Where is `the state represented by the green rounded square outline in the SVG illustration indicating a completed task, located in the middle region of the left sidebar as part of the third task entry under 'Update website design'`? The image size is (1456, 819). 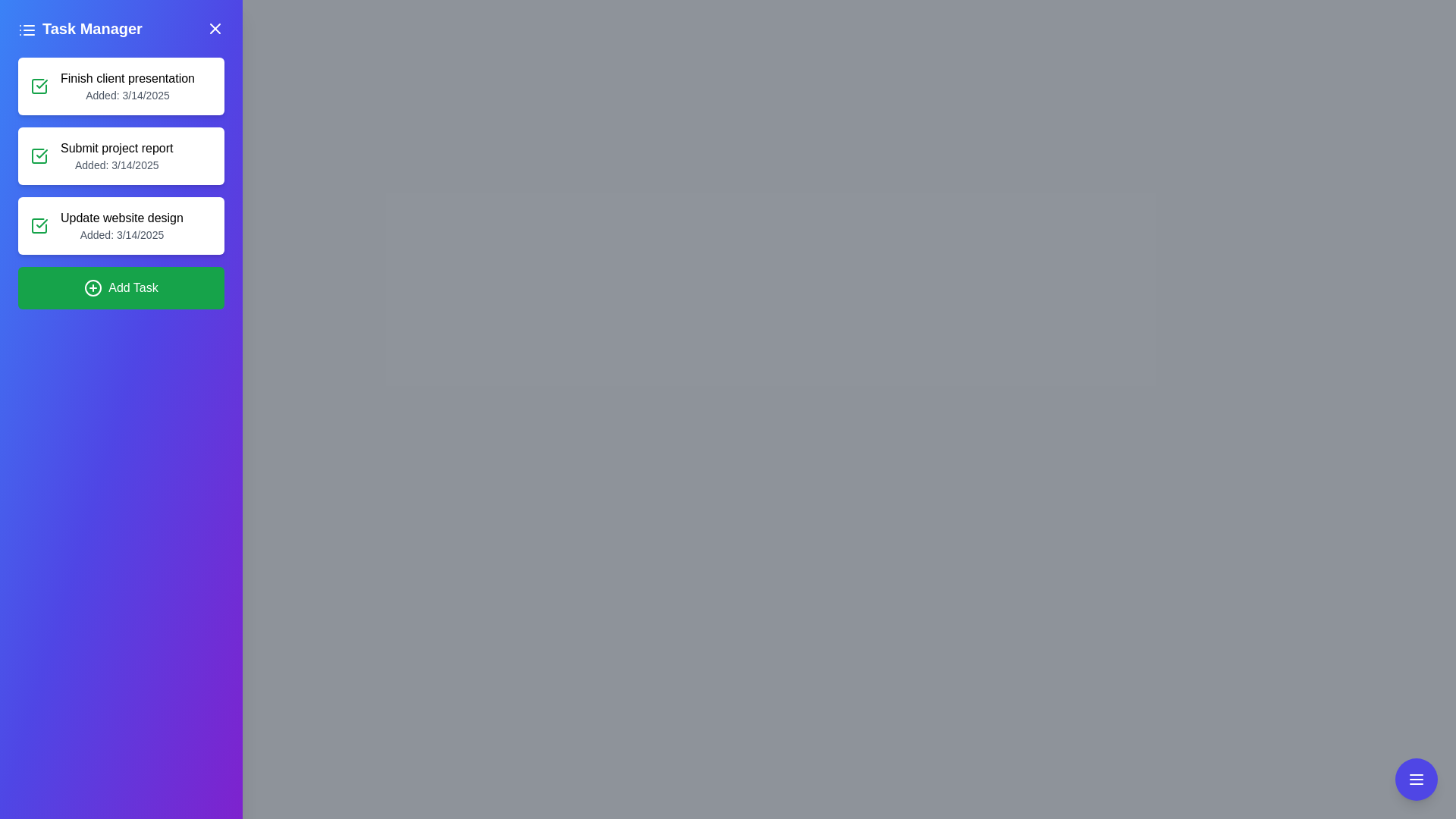 the state represented by the green rounded square outline in the SVG illustration indicating a completed task, located in the middle region of the left sidebar as part of the third task entry under 'Update website design' is located at coordinates (39, 225).